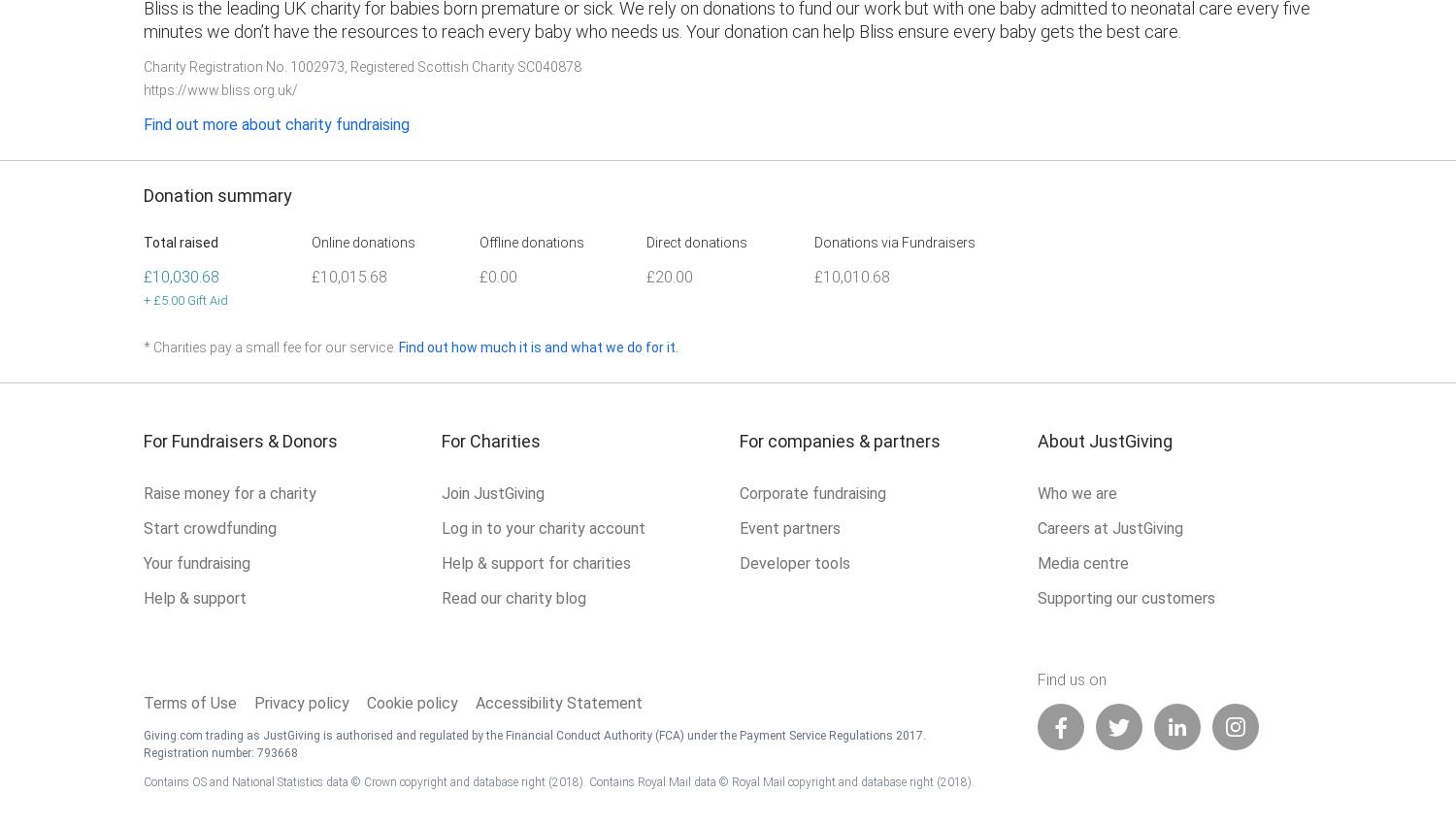 This screenshot has height=826, width=1456. I want to click on 'Offline donations', so click(531, 242).